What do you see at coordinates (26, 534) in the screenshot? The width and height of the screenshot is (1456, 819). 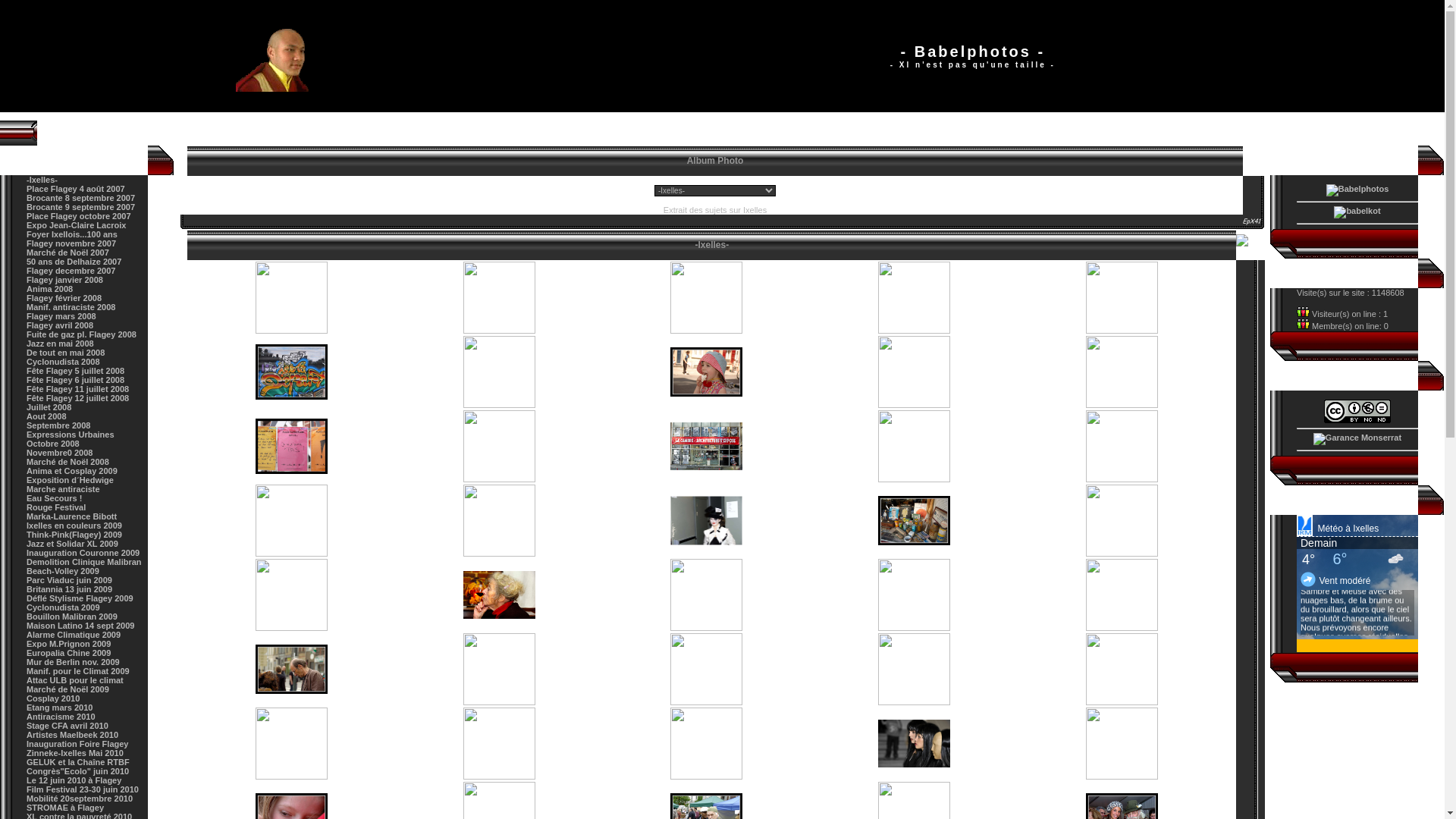 I see `'Think-Pink(Flagey) 2009'` at bounding box center [26, 534].